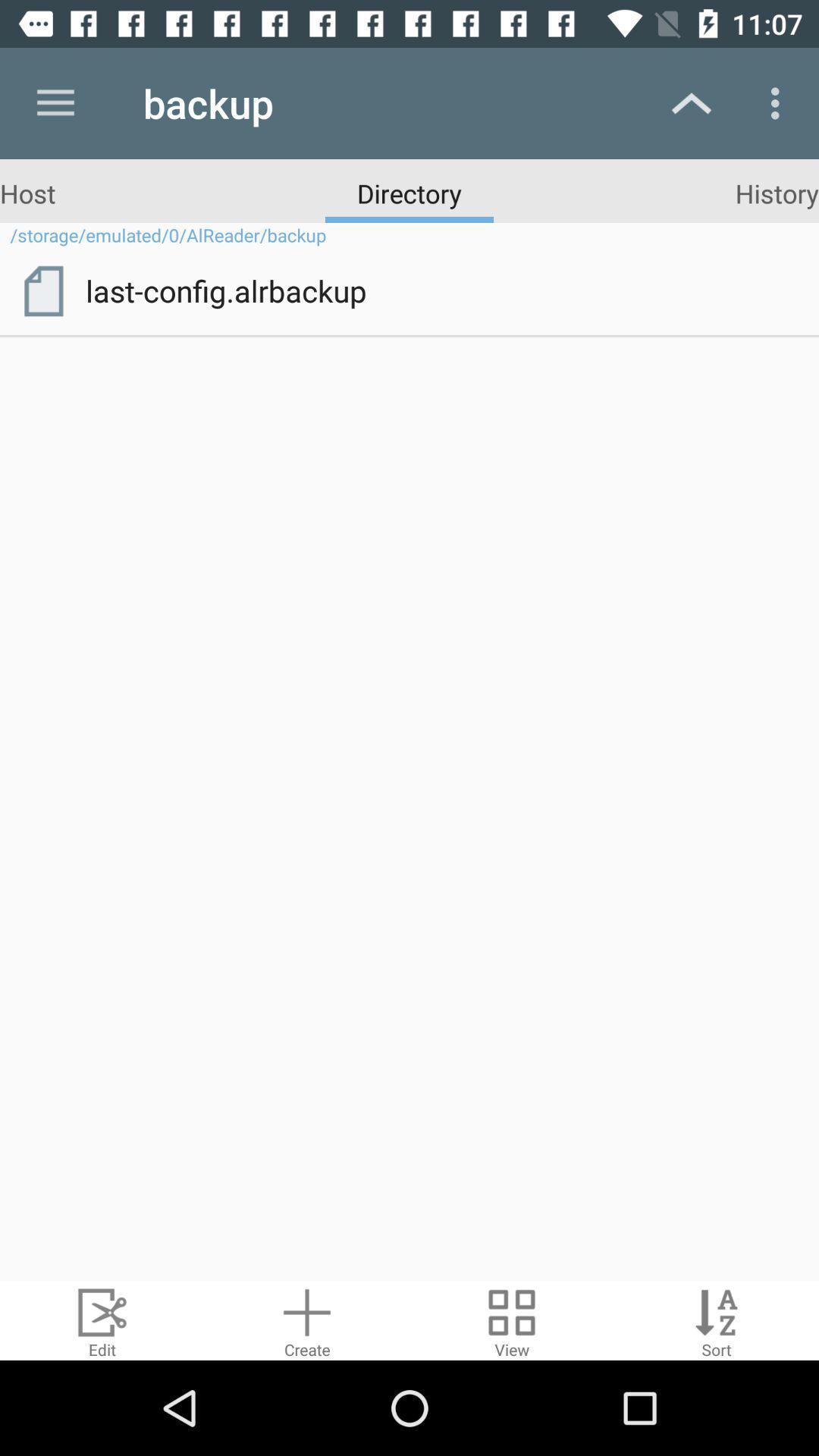  I want to click on item below storage emulated 0 item, so click(441, 290).